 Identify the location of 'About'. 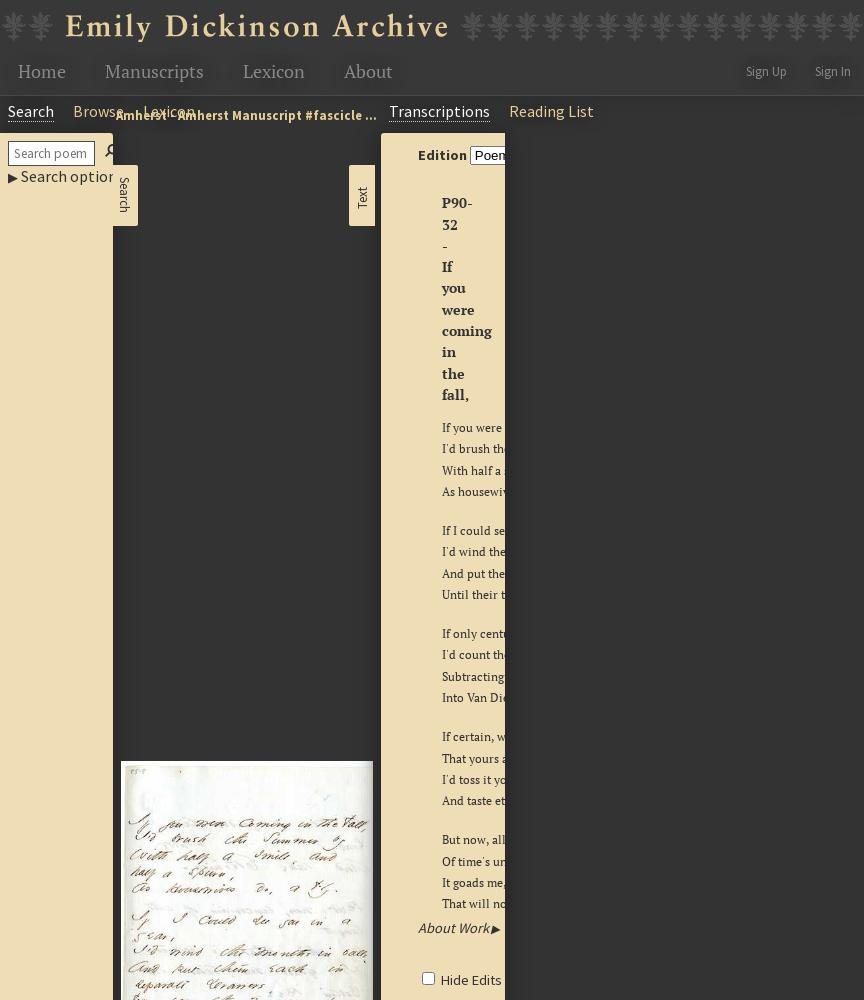
(367, 70).